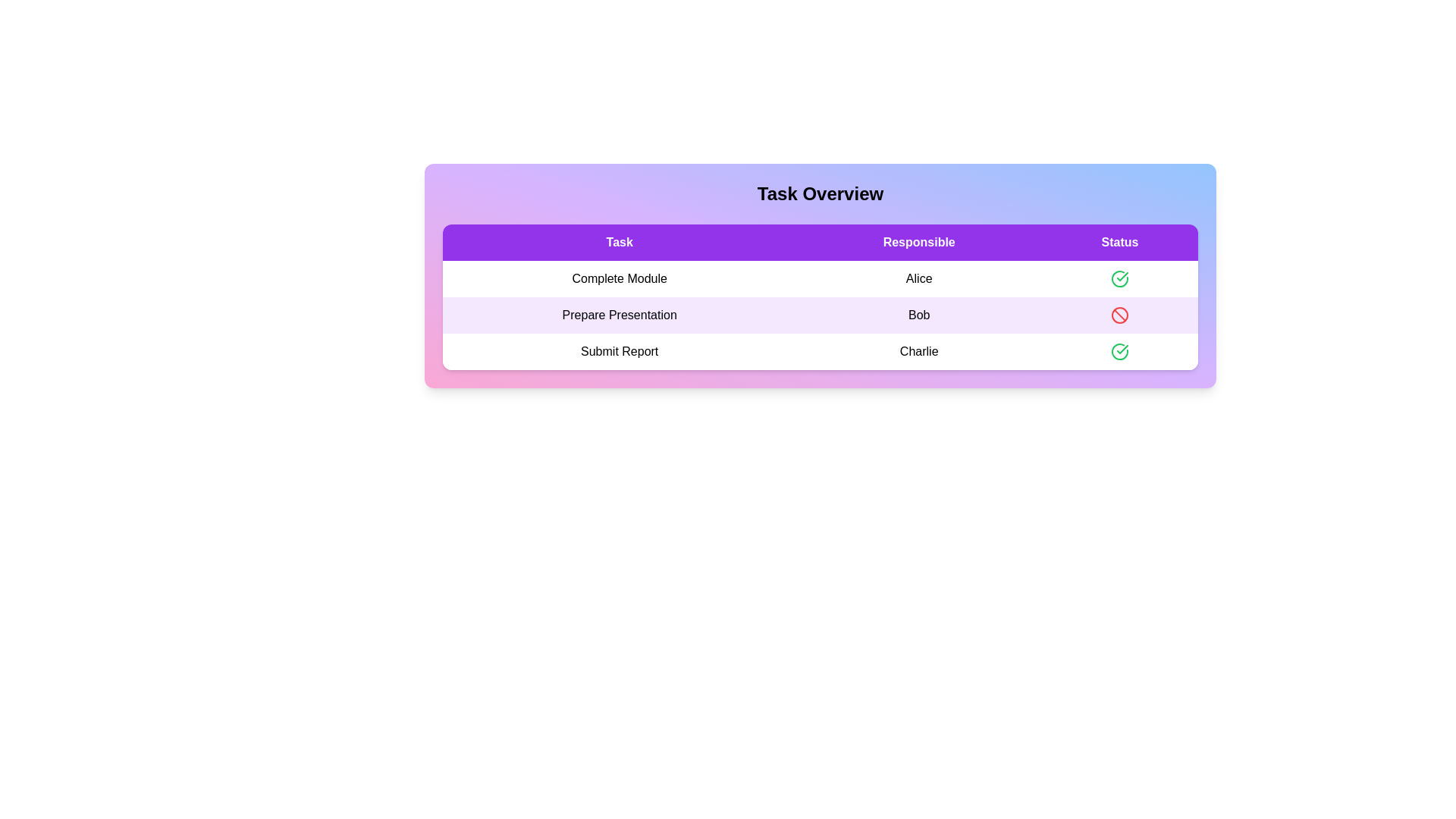  What do you see at coordinates (1120, 351) in the screenshot?
I see `the status indicator icon located in the bottom row under the 'Status' column, at the end of the 'Submit Report' row` at bounding box center [1120, 351].